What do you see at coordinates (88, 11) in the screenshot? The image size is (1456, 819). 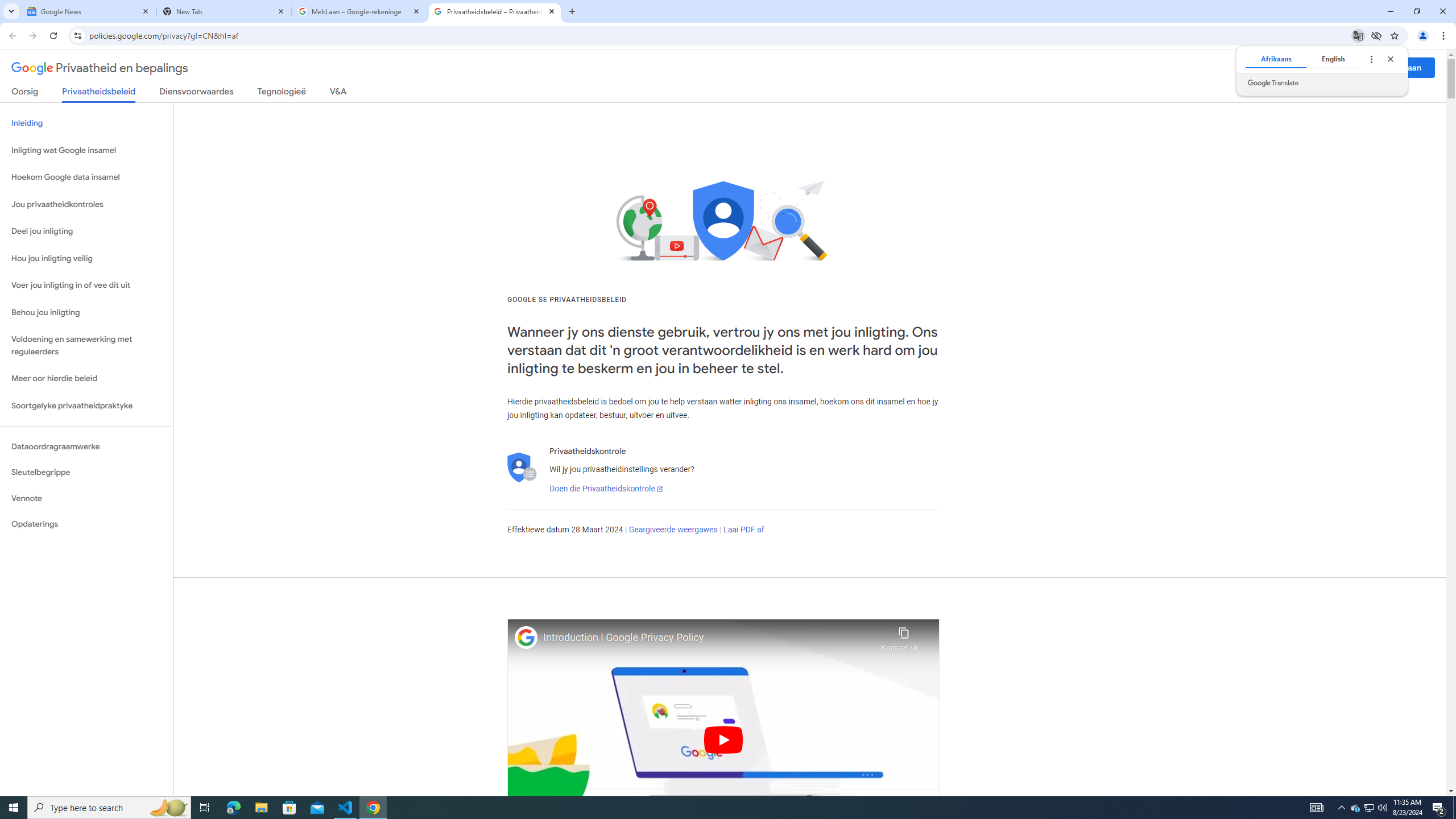 I see `'Google News'` at bounding box center [88, 11].